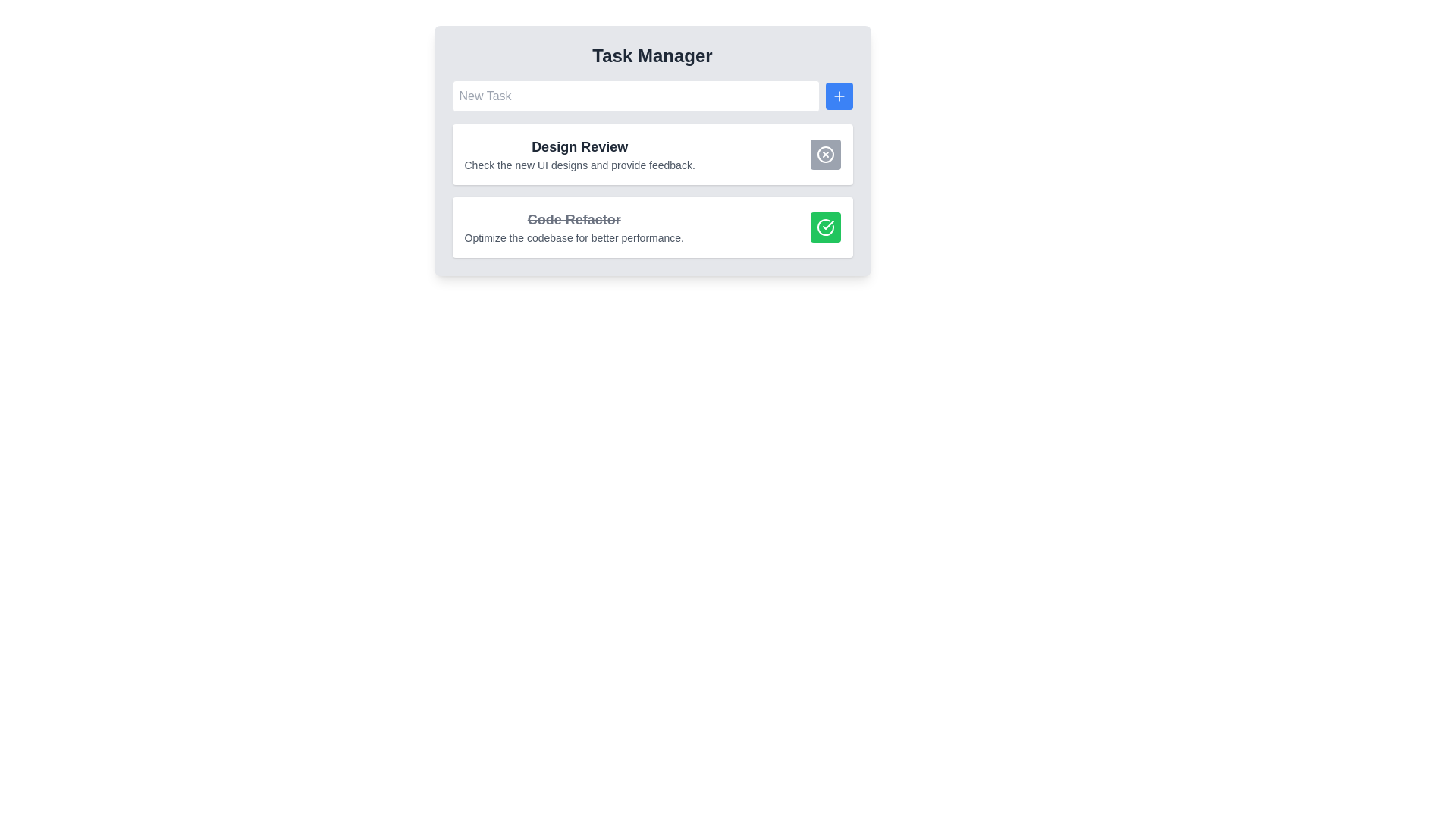 The height and width of the screenshot is (819, 1456). What do you see at coordinates (573, 227) in the screenshot?
I see `the text block titled 'Code Refactor' which is struck-through and gray, containing the description 'Optimize the codebase for better performance'` at bounding box center [573, 227].